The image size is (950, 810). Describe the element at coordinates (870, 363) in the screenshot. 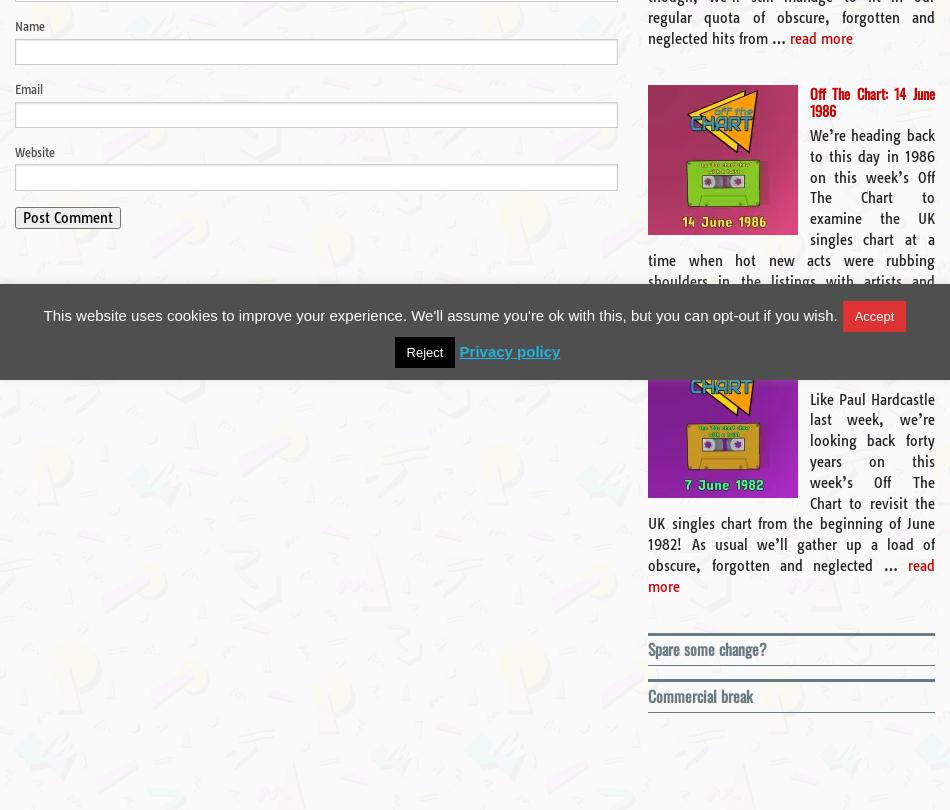

I see `'Off The Chart: 7 June 1982'` at that location.